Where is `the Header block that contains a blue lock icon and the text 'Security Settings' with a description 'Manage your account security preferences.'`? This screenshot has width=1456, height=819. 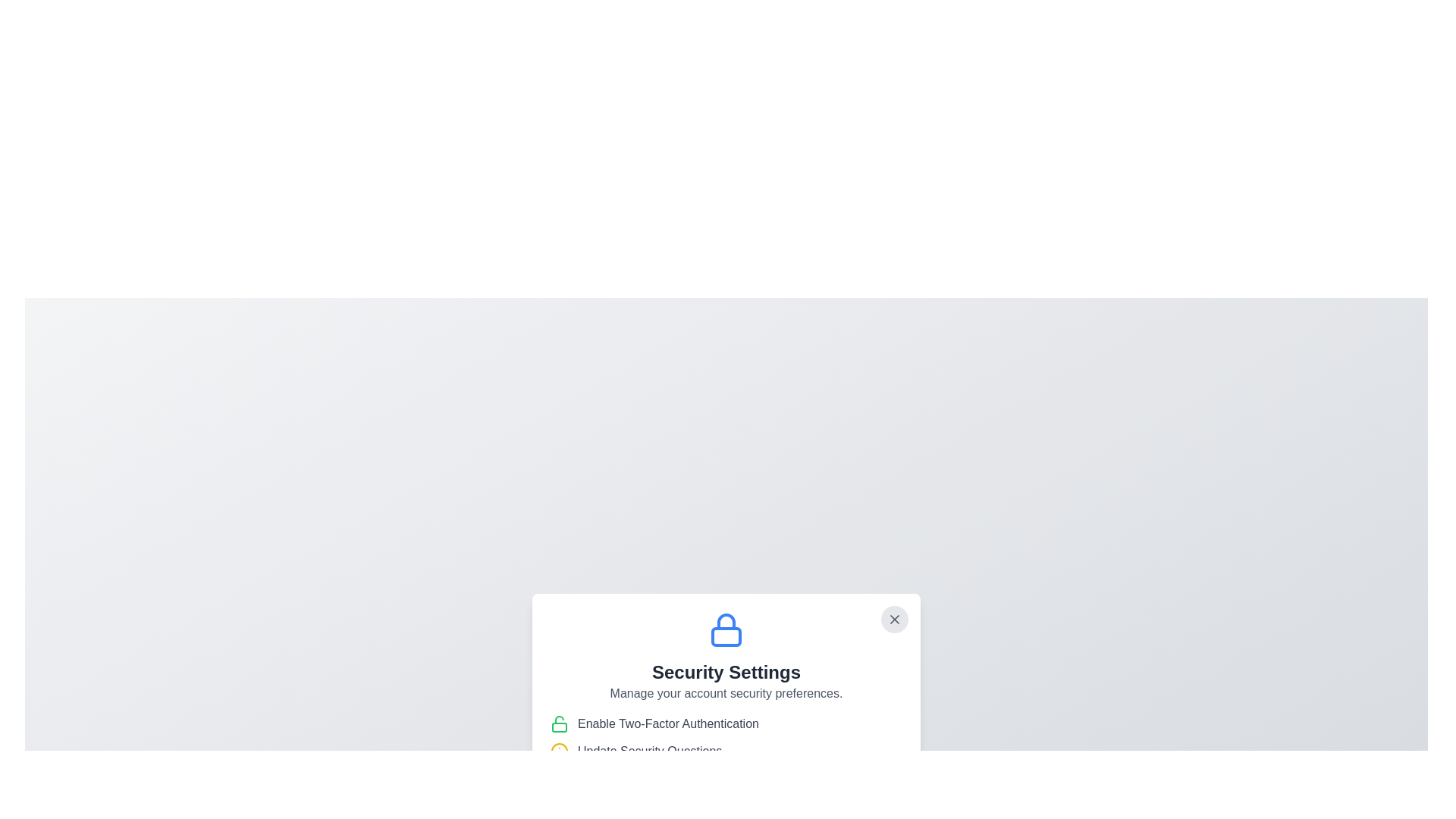
the Header block that contains a blue lock icon and the text 'Security Settings' with a description 'Manage your account security preferences.' is located at coordinates (726, 657).